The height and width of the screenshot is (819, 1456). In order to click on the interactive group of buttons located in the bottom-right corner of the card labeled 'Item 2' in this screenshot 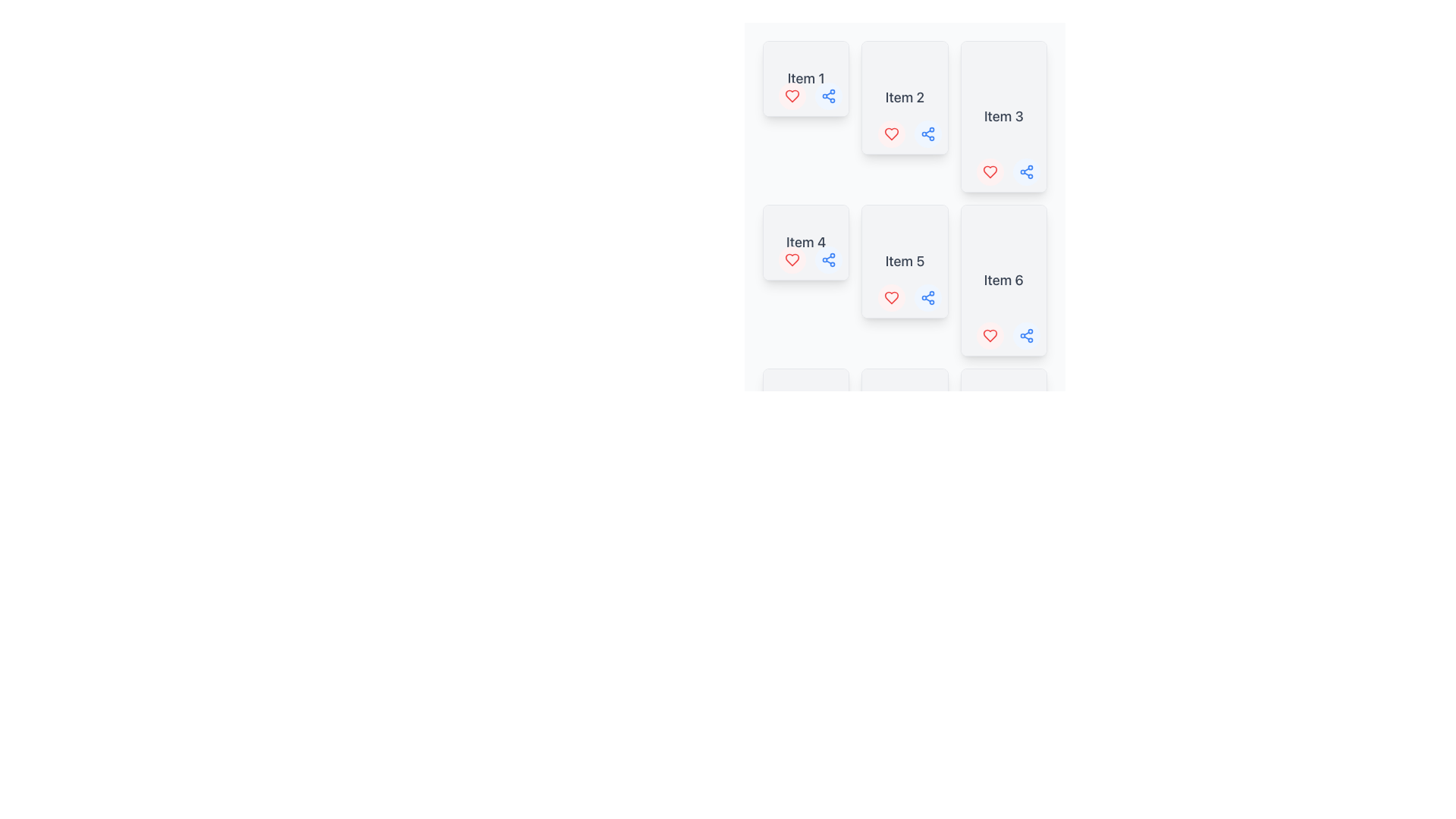, I will do `click(909, 133)`.